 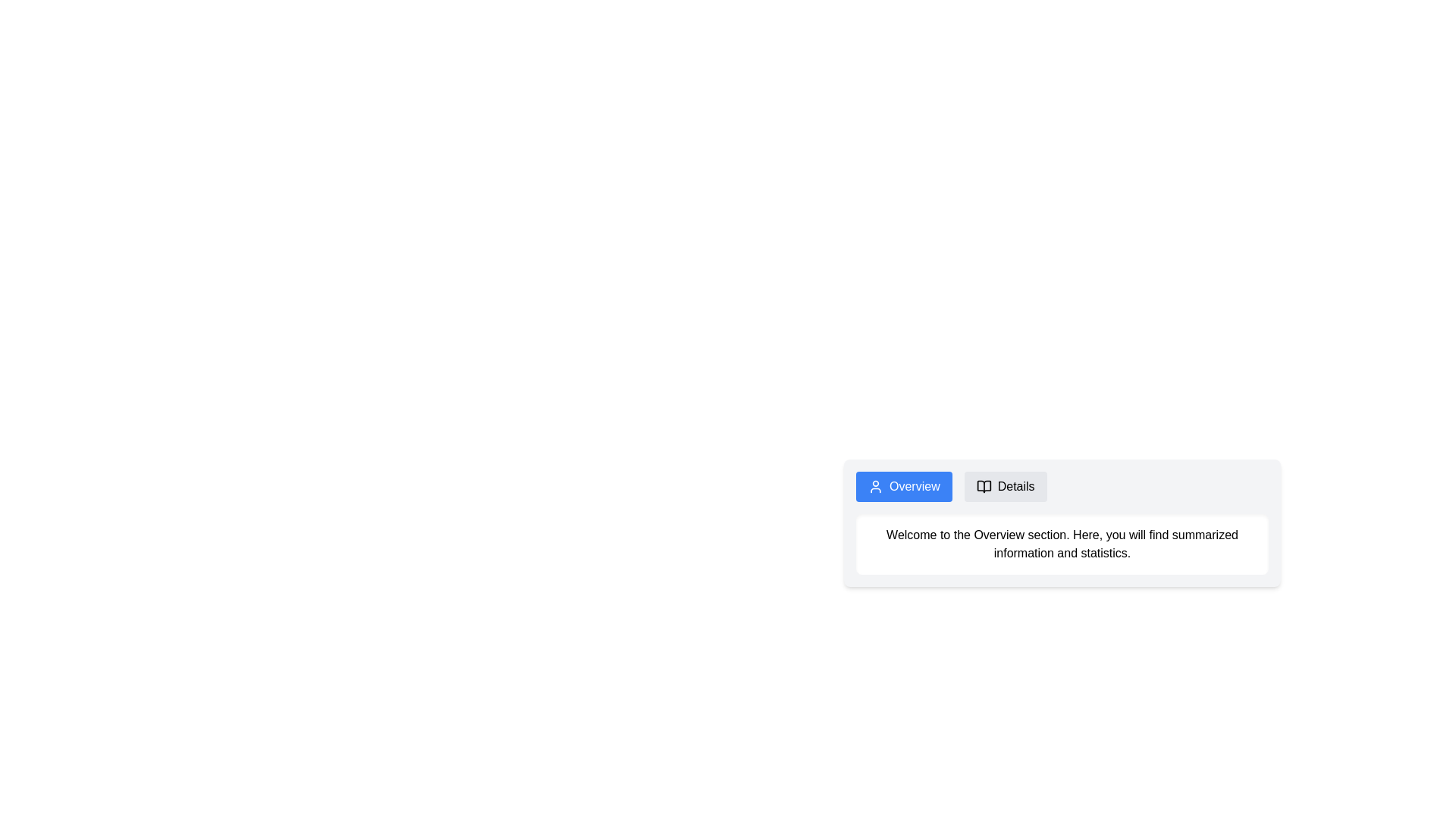 I want to click on the 'Details' text label, which is a medium-sized sans-serif font located within a rounded light gray rectangular button next to an open book icon, so click(x=1016, y=486).